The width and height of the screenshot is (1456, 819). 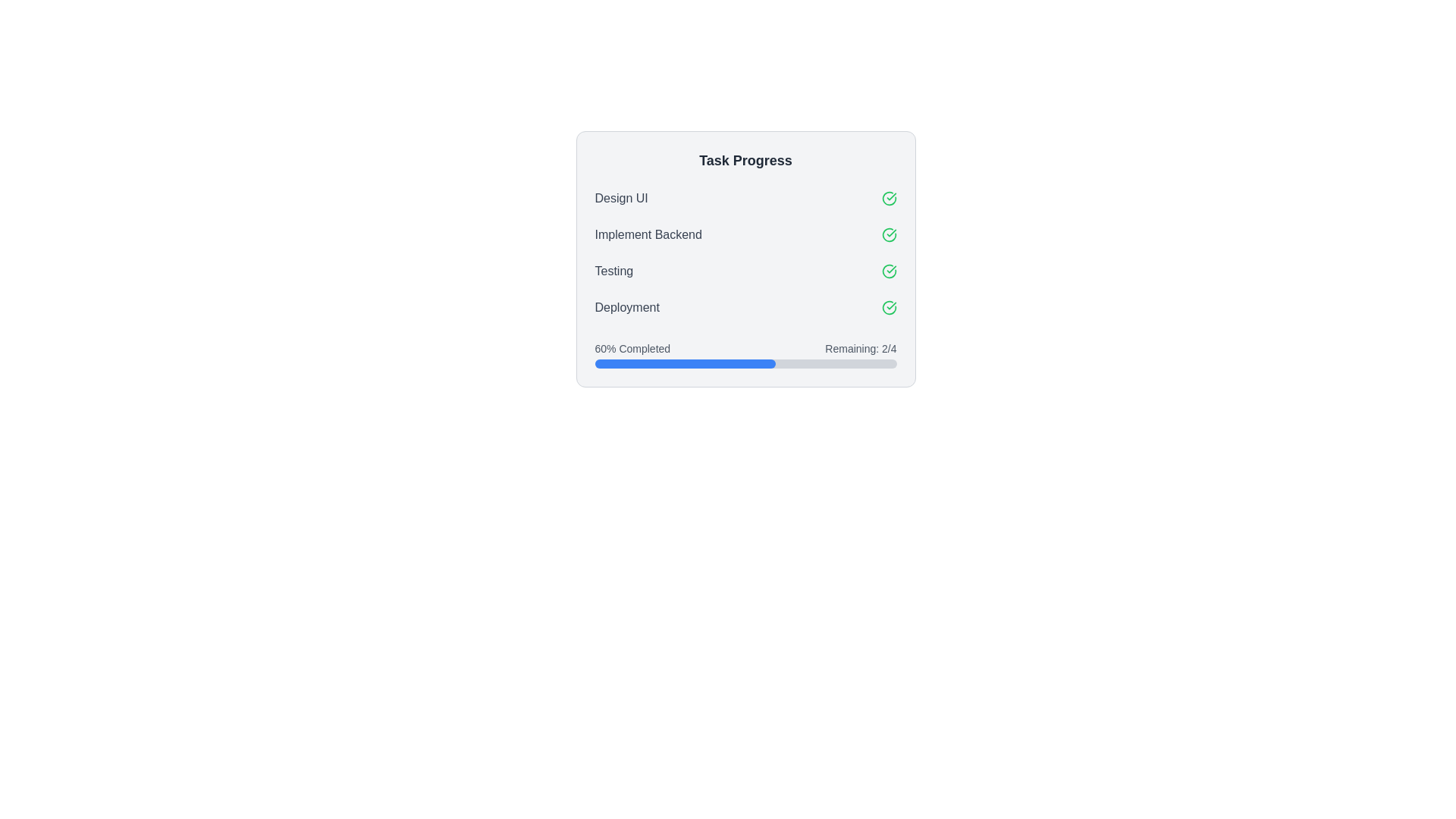 I want to click on the verification icon indicating the successful completion of the 'Testing' task, located at the right end of the row with the 'Testing' label, so click(x=889, y=271).